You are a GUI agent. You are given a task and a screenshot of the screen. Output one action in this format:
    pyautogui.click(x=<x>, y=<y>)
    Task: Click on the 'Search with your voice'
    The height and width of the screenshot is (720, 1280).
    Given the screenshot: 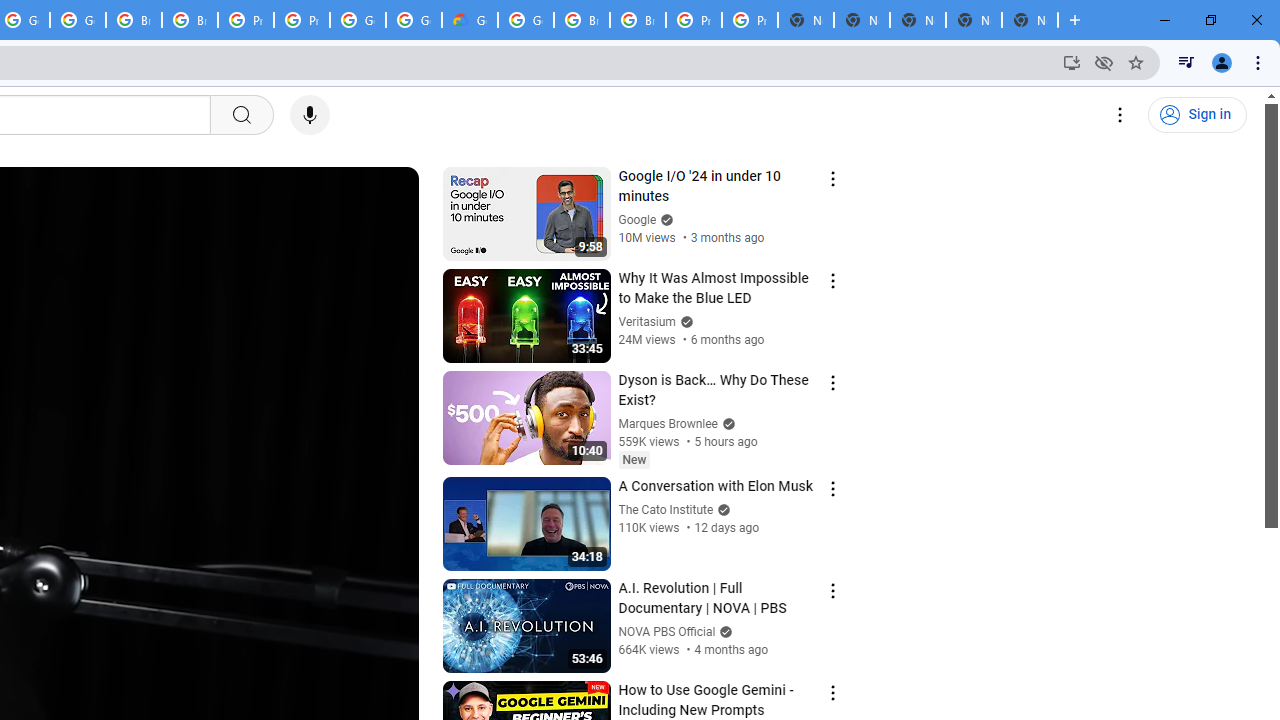 What is the action you would take?
    pyautogui.click(x=308, y=115)
    